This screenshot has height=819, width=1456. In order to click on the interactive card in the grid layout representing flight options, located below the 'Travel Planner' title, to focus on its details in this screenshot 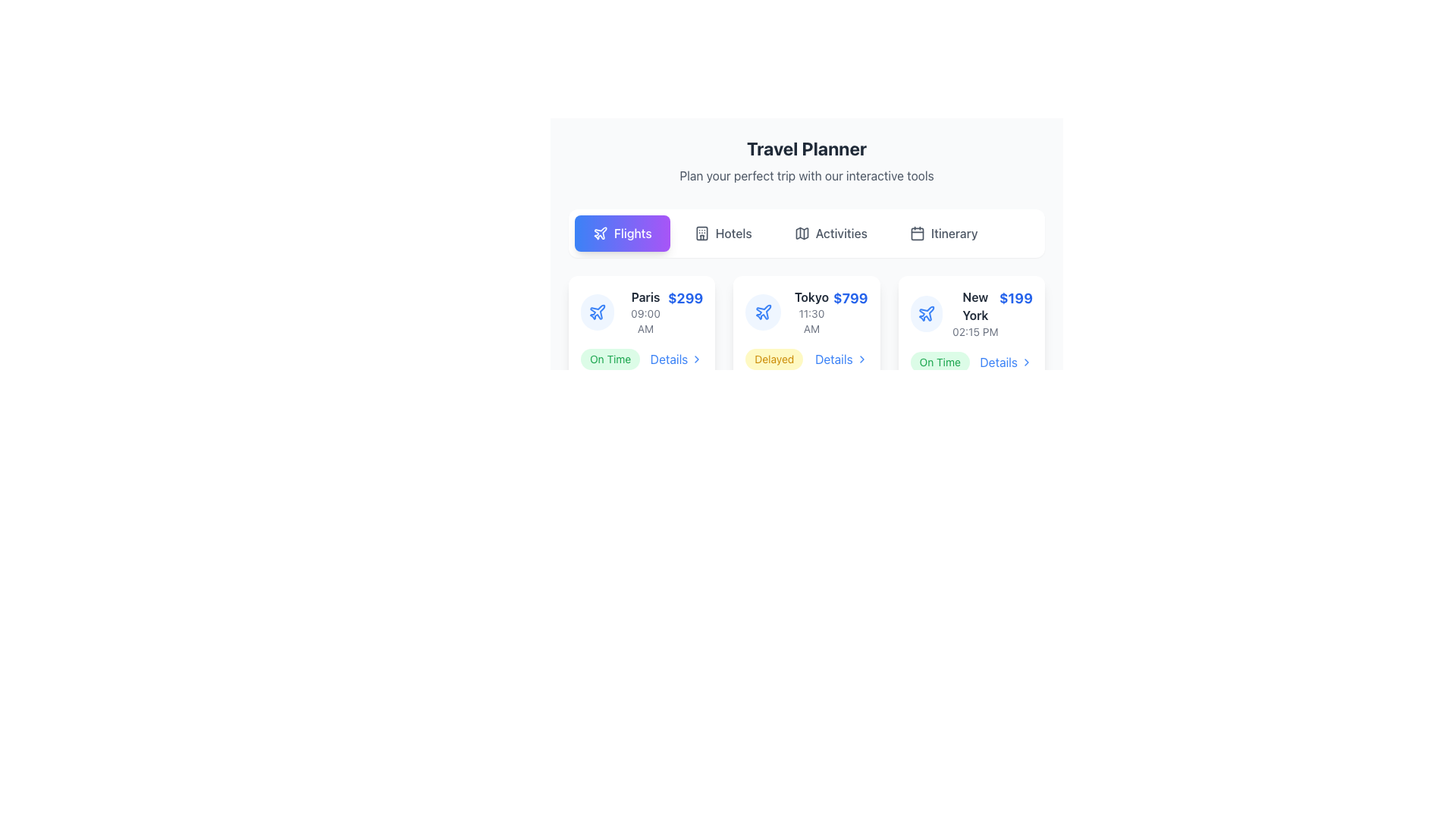, I will do `click(806, 329)`.